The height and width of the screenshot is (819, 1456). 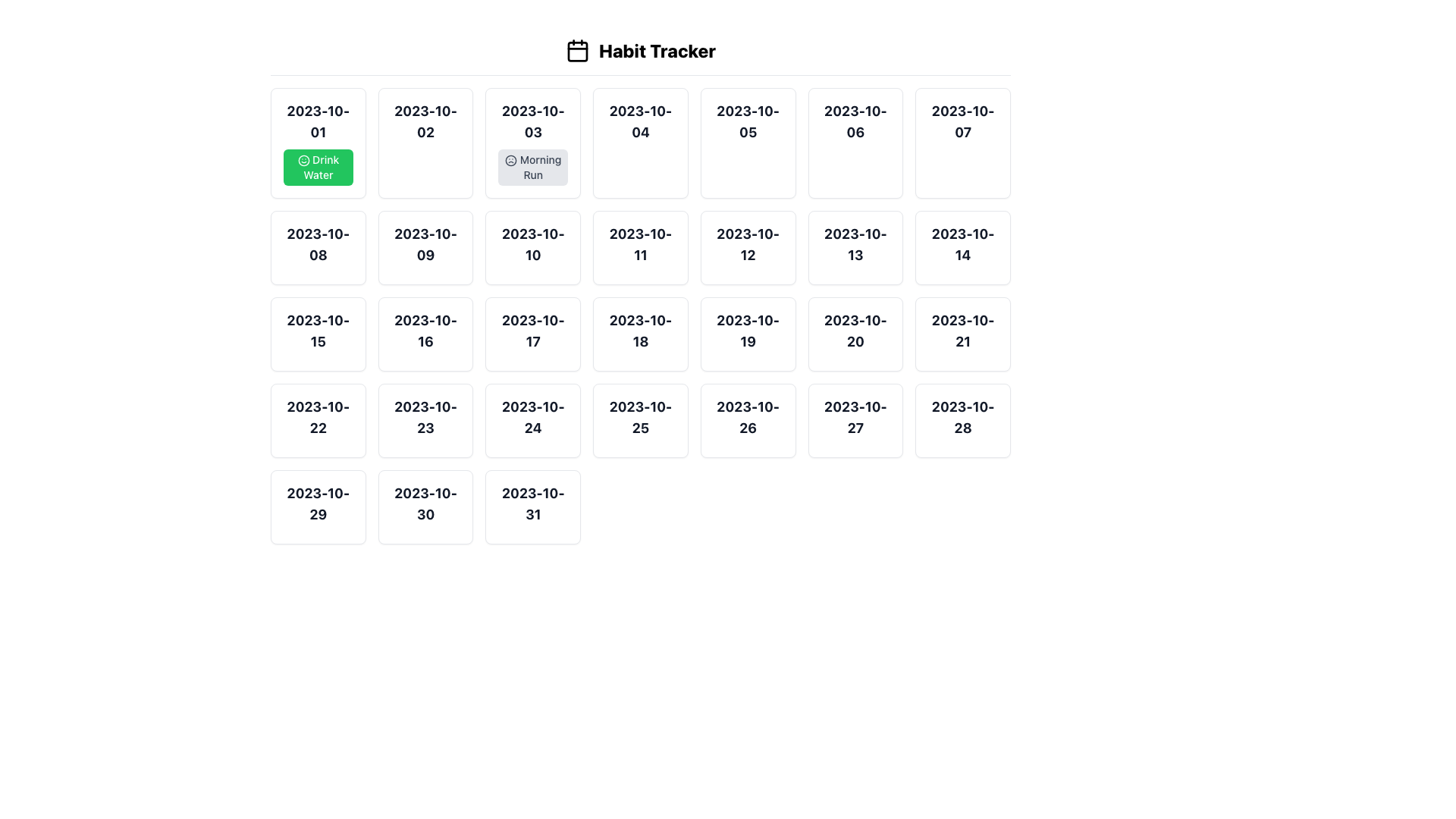 I want to click on the Calendar date card displaying the date '2023-10-24' in large bold gray font, located in the fourth row and third column of the calendar grid, so click(x=533, y=421).